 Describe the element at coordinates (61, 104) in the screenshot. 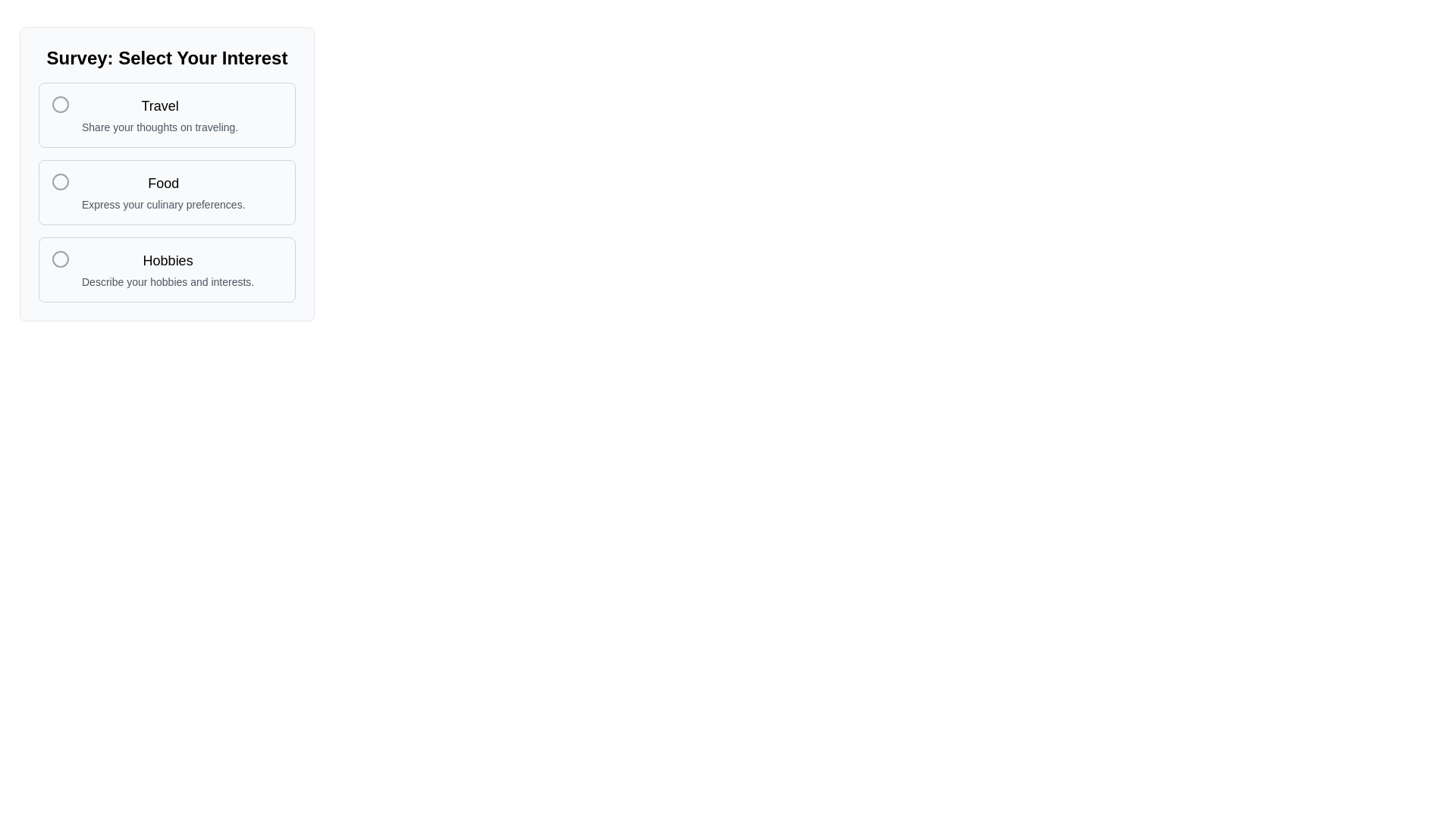

I see `the first radio button in the vertical list` at that location.